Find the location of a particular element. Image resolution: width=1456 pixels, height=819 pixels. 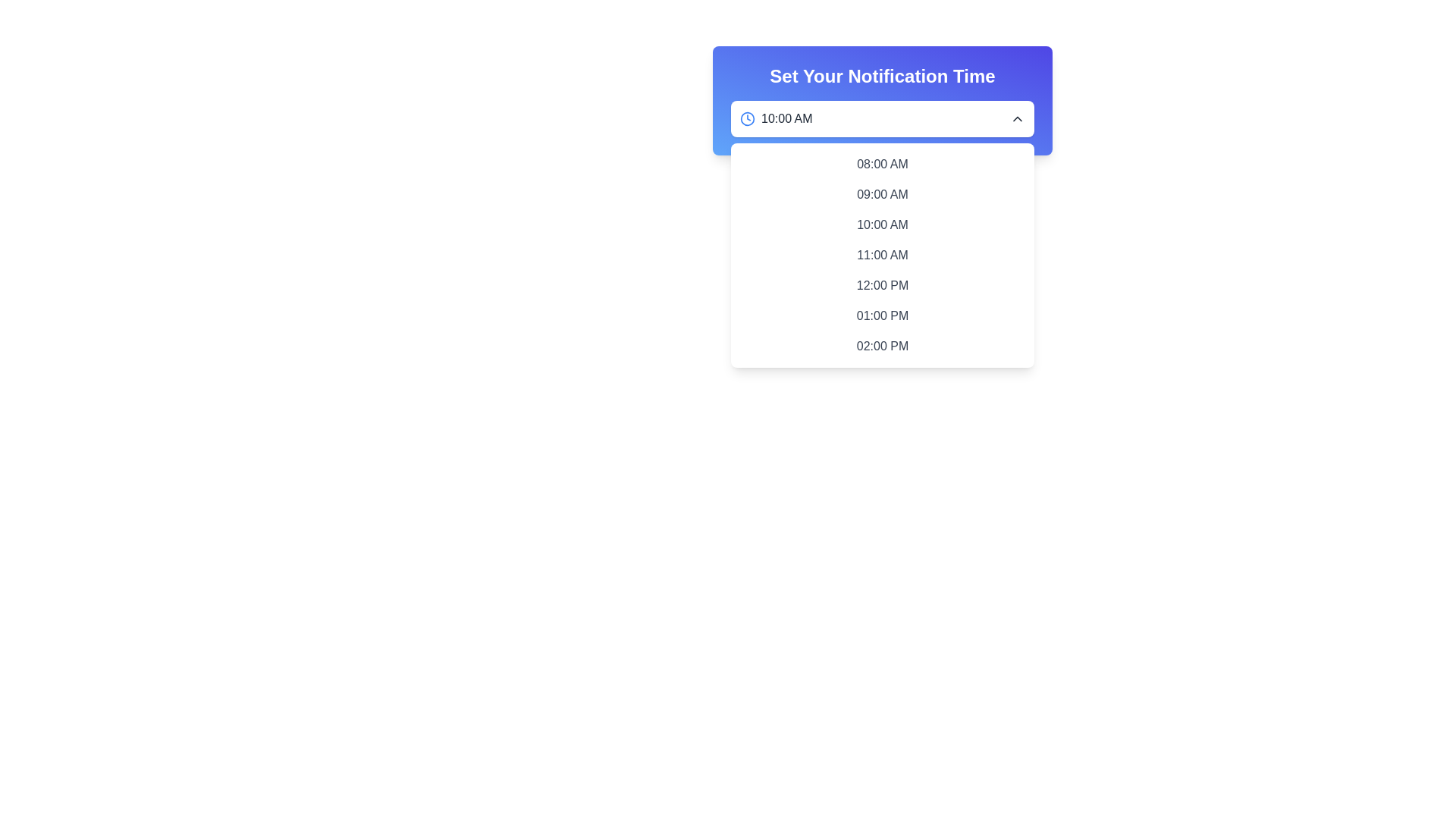

the time selection button that sets the time to '02:00 PM', which is the last option in the dropdown menu is located at coordinates (882, 346).